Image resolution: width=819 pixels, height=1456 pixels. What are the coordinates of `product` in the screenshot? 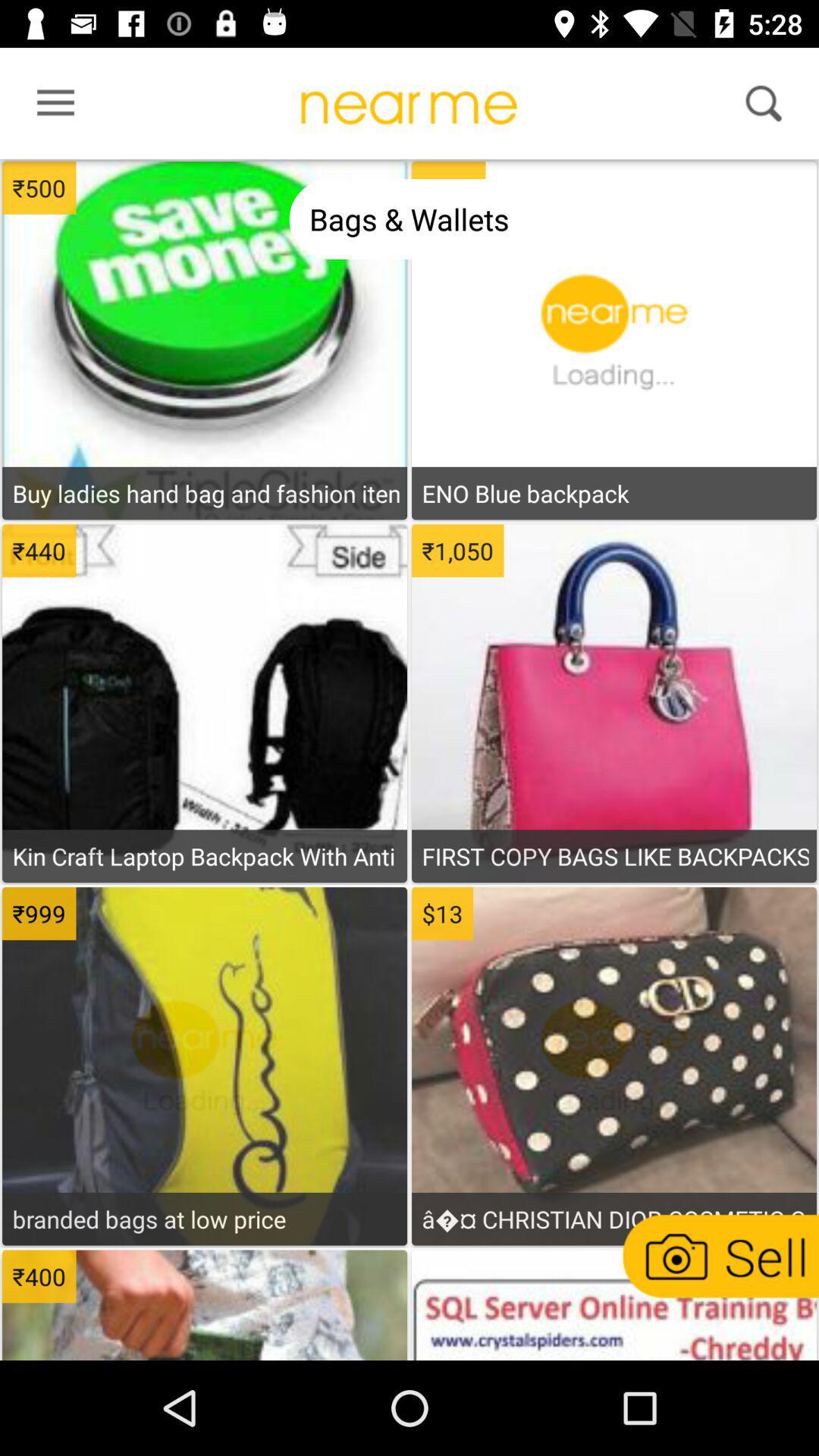 It's located at (205, 815).